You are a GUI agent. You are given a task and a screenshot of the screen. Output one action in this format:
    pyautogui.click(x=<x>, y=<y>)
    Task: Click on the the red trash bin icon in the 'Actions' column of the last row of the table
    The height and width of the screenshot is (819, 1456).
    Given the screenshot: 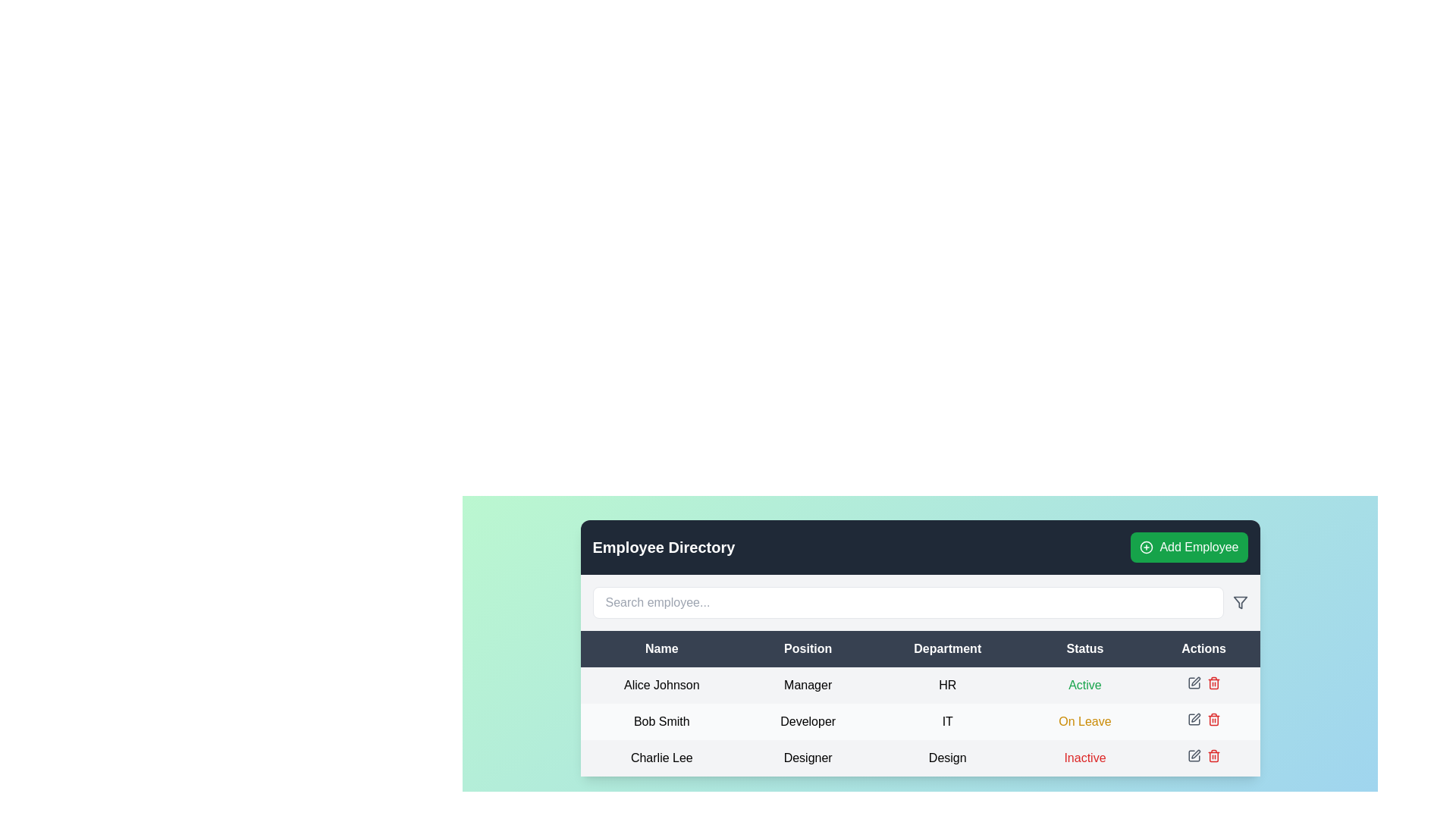 What is the action you would take?
    pyautogui.click(x=1213, y=755)
    